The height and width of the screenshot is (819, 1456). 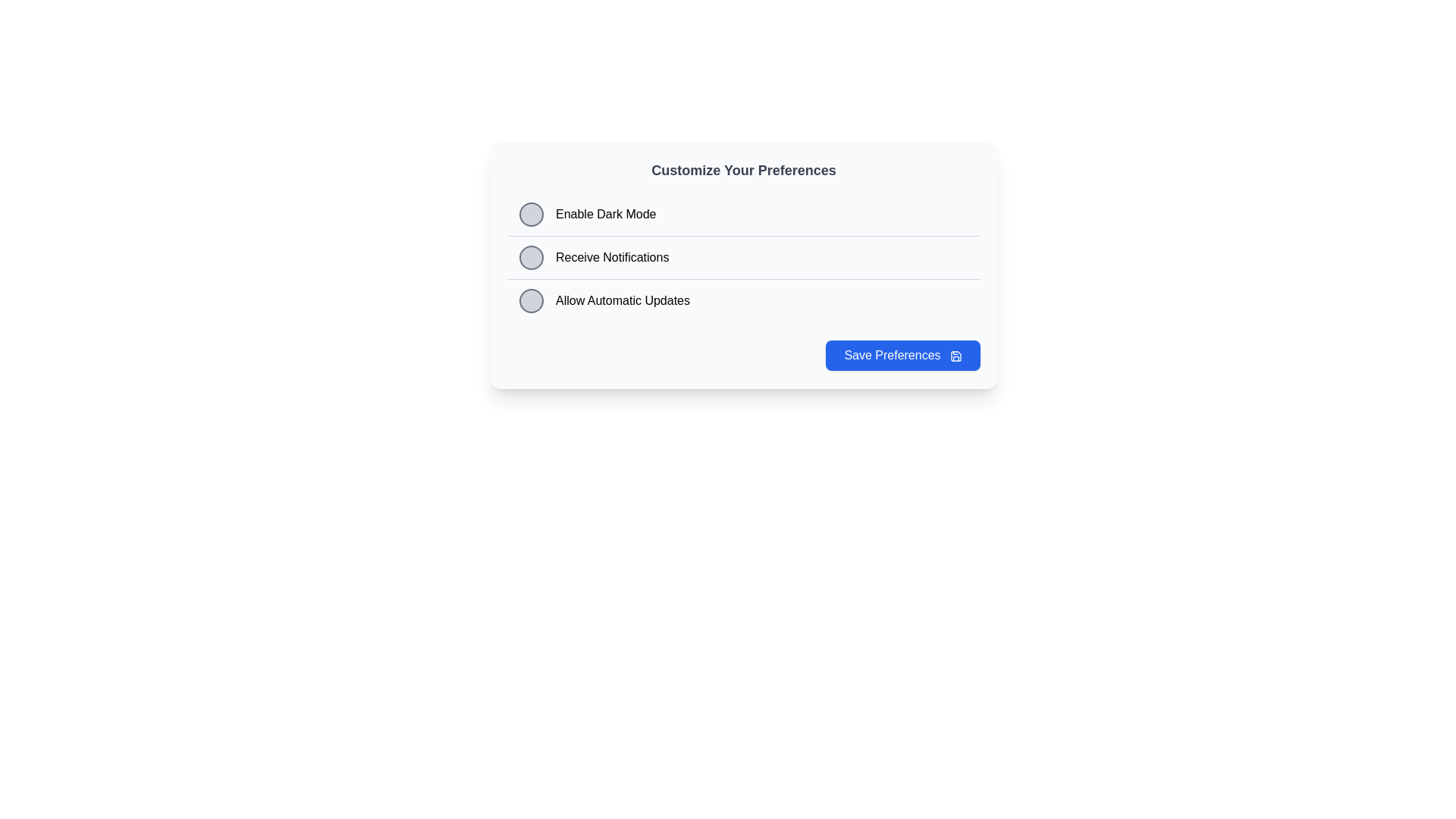 What do you see at coordinates (531, 256) in the screenshot?
I see `the radio button to the left of the text 'Receive Notifications'` at bounding box center [531, 256].